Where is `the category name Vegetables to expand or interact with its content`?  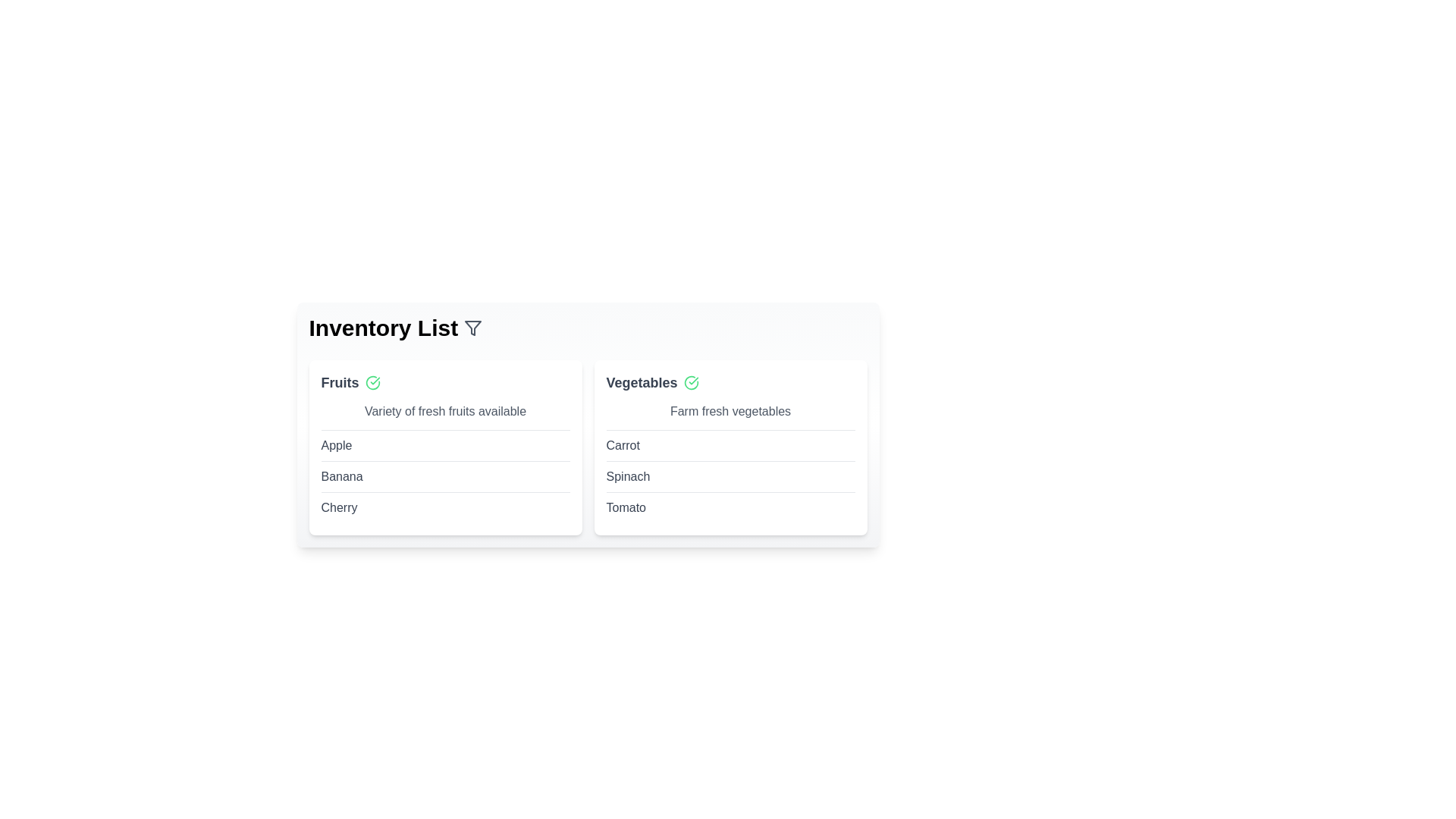 the category name Vegetables to expand or interact with its content is located at coordinates (730, 382).